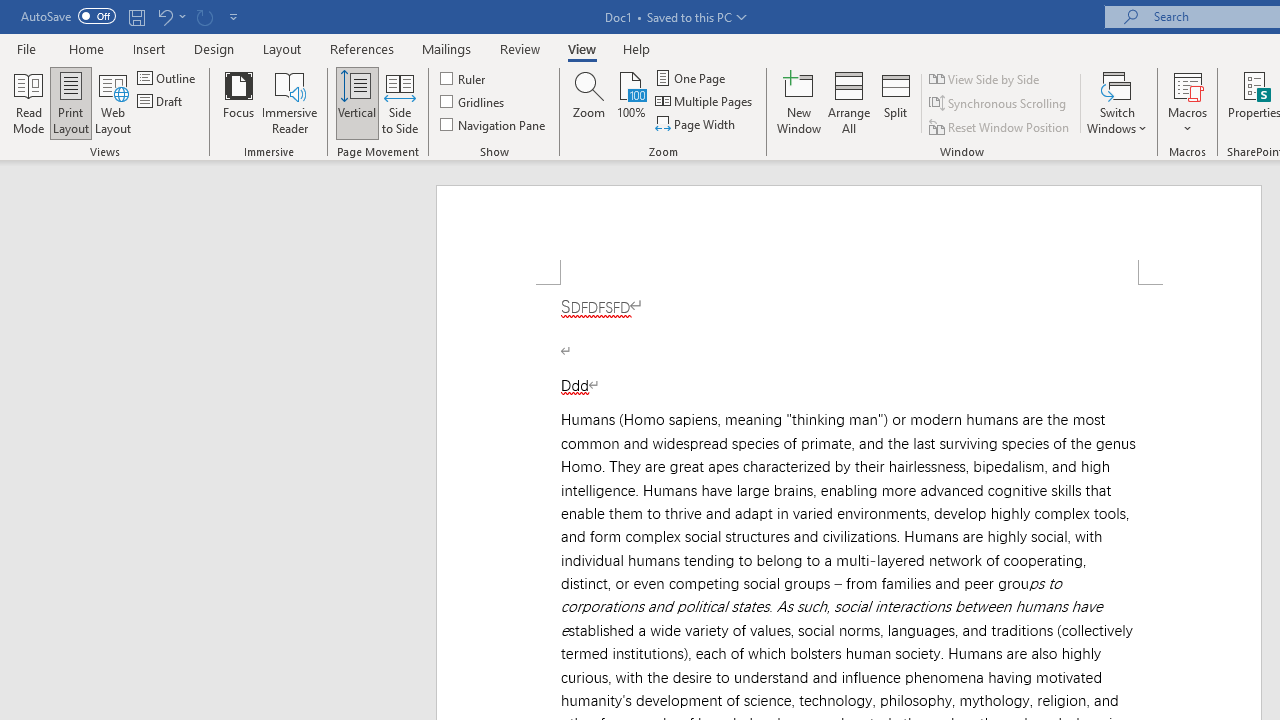 The height and width of the screenshot is (720, 1280). What do you see at coordinates (999, 103) in the screenshot?
I see `'Synchronous Scrolling'` at bounding box center [999, 103].